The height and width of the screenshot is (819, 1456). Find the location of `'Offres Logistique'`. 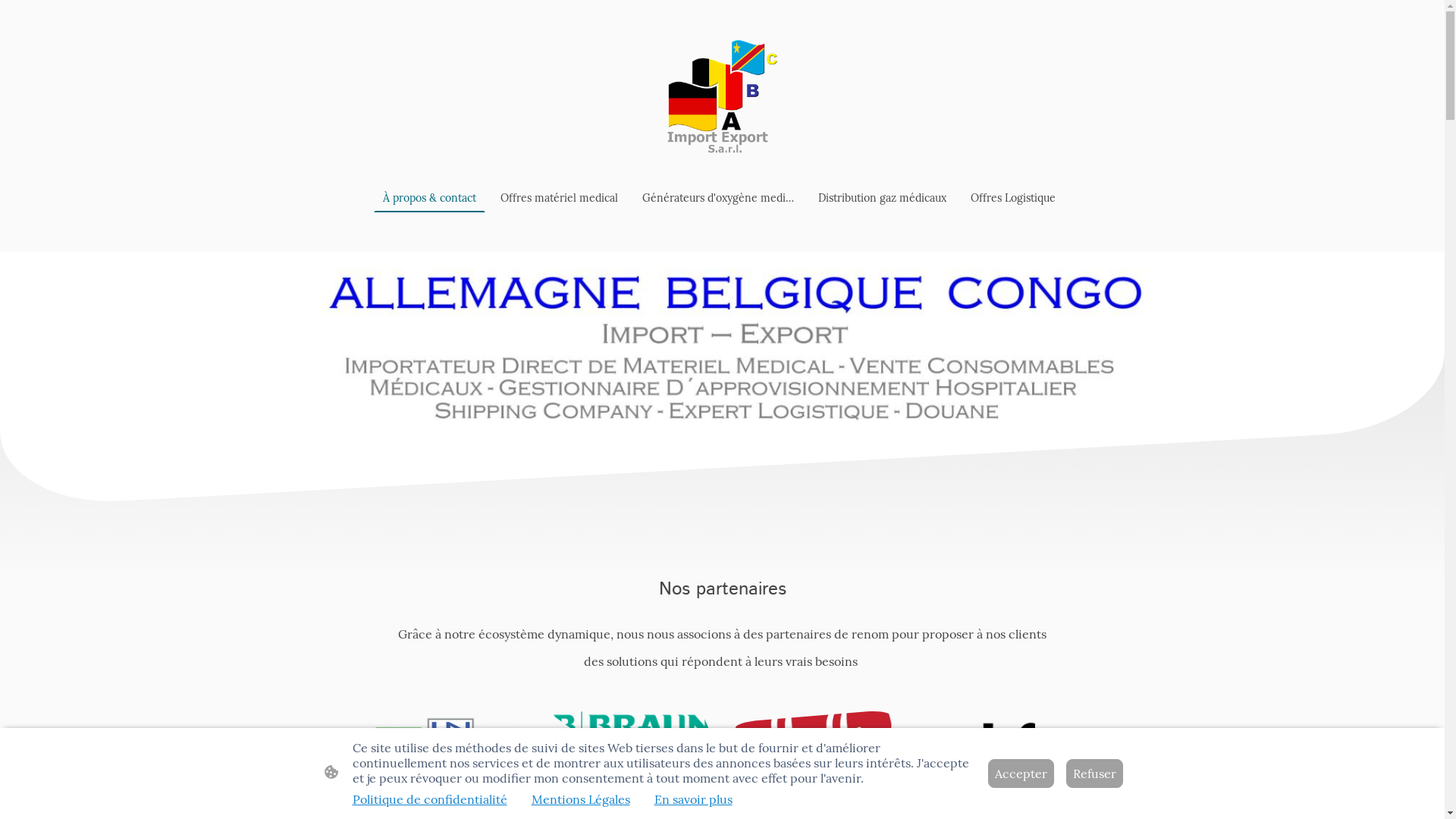

'Offres Logistique' is located at coordinates (1012, 197).